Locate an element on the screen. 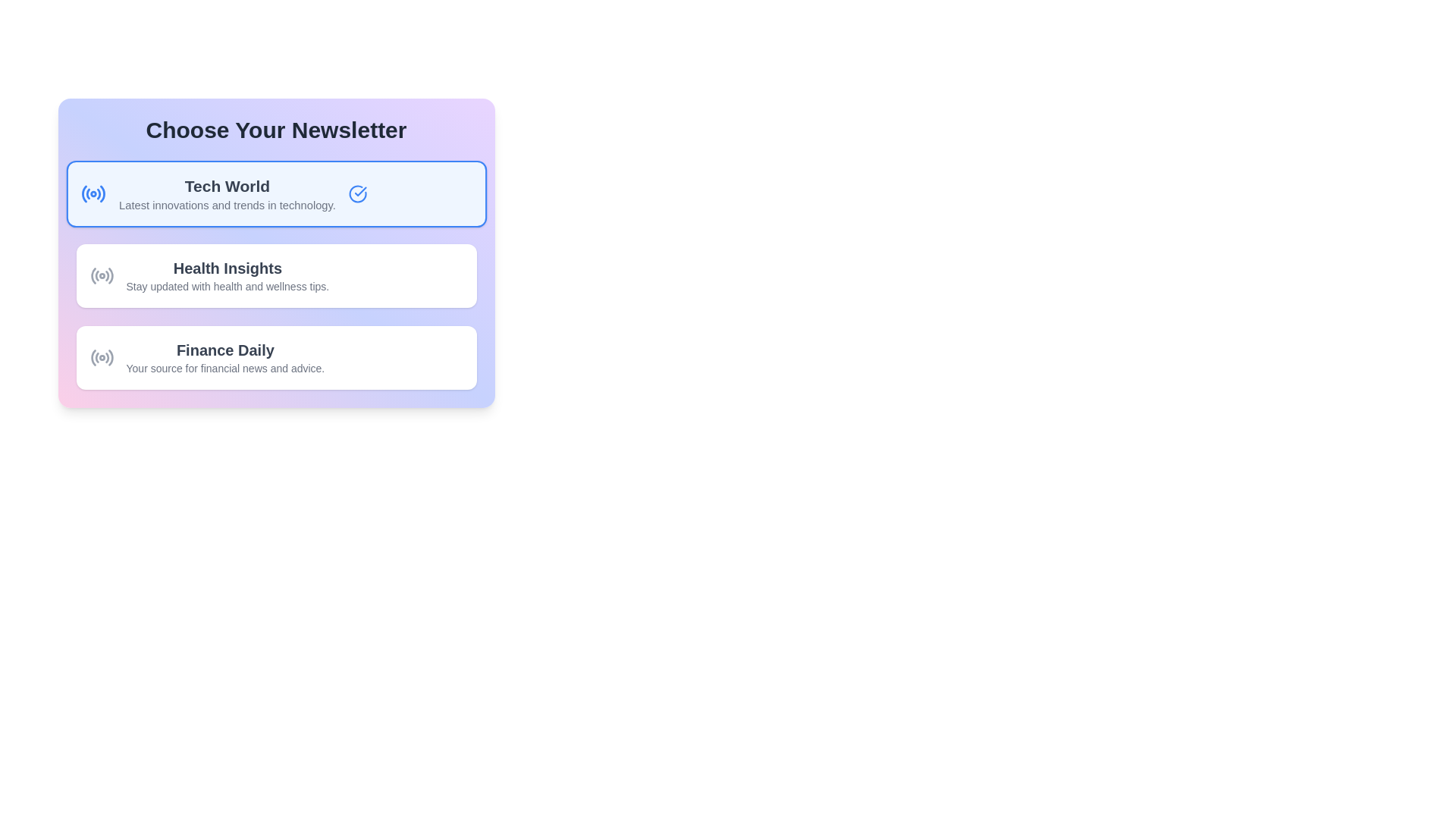 The width and height of the screenshot is (1456, 819). the 'Health Insights' interactive card, which features a rounded corner design, a prominent heading in bold dark gray, and a subtext in lighter gray is located at coordinates (276, 275).